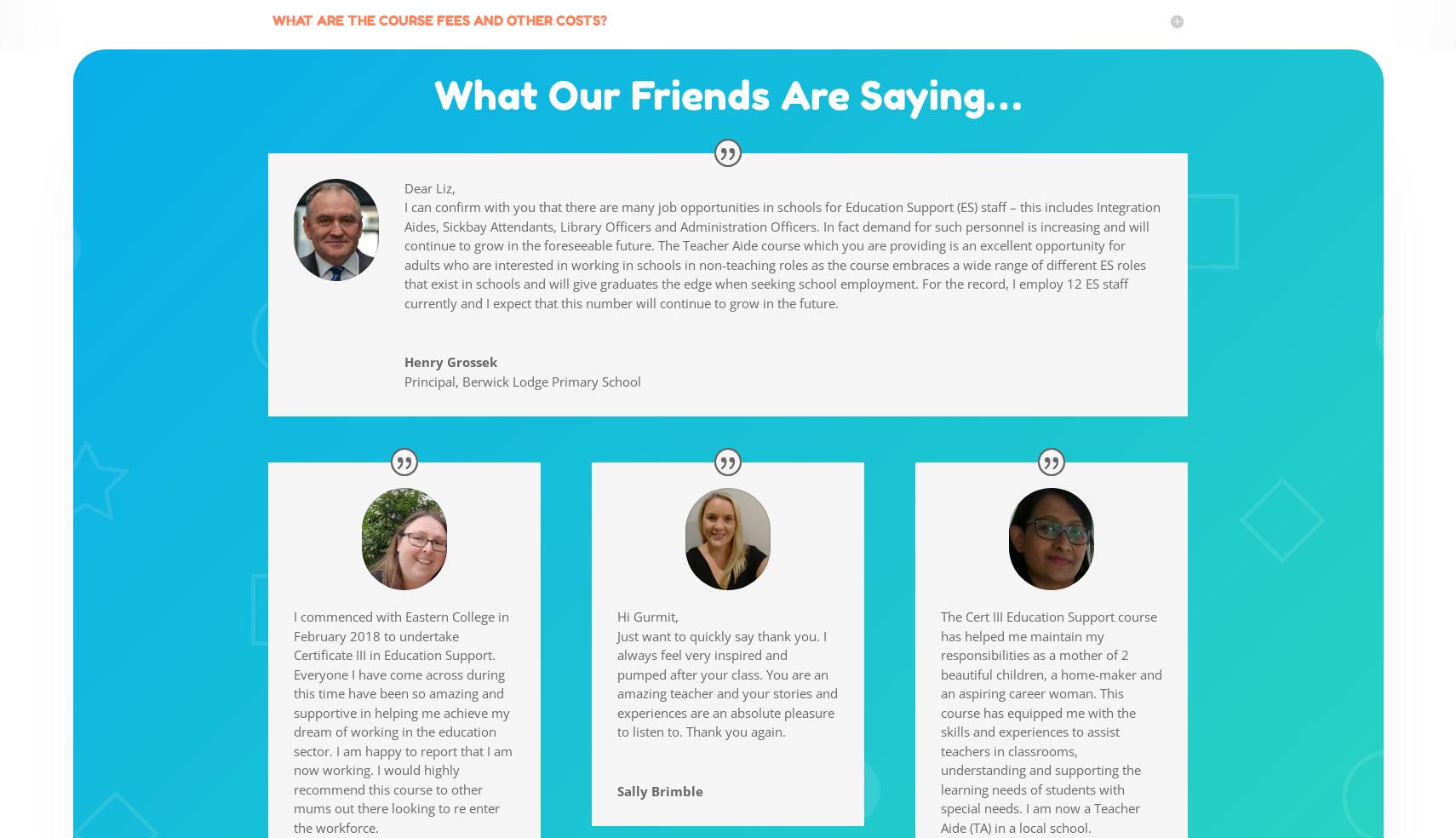 This screenshot has width=1456, height=838. Describe the element at coordinates (403, 720) in the screenshot. I see `'I commenced with Eastern College in February 2018 to undertake Certificate III in Education Support. Everyone I have come across during this time have been so amazing and supportive in helping me achieve my dream of working in the education sector. I am happy to report that I am now working. I would highly recommend this course to other mums out there looking to re enter the workforce.'` at that location.